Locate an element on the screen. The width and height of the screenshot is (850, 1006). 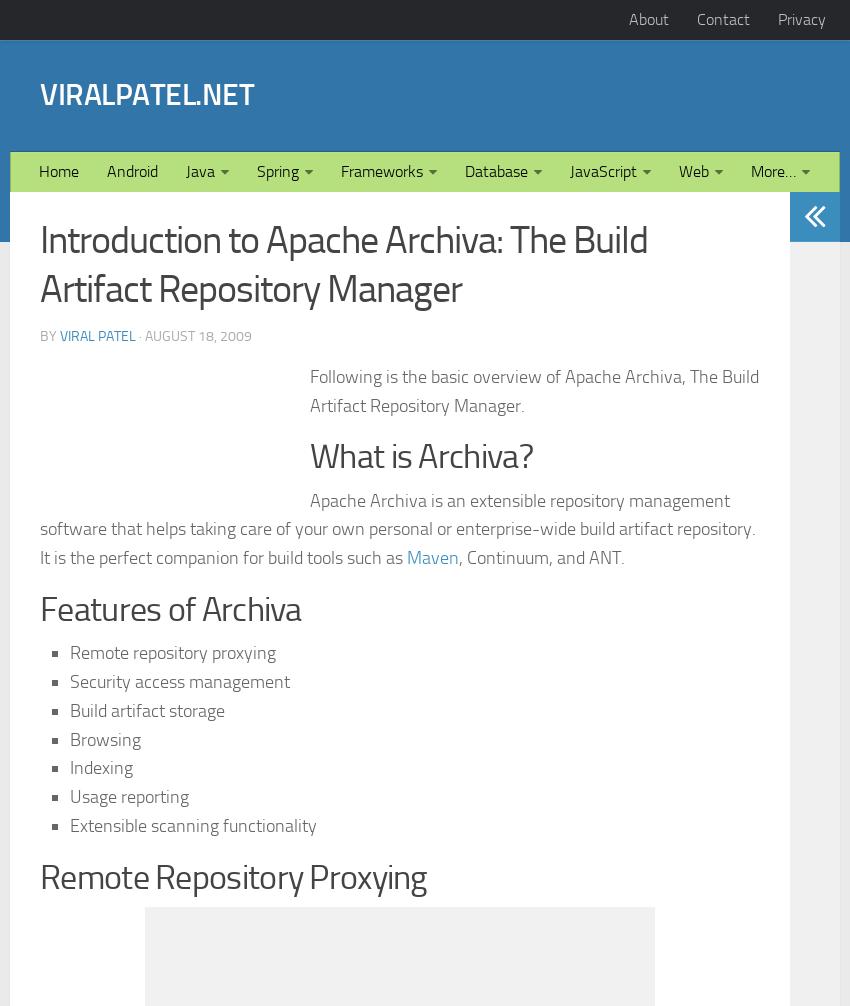
'Features of Archiva' is located at coordinates (39, 887).